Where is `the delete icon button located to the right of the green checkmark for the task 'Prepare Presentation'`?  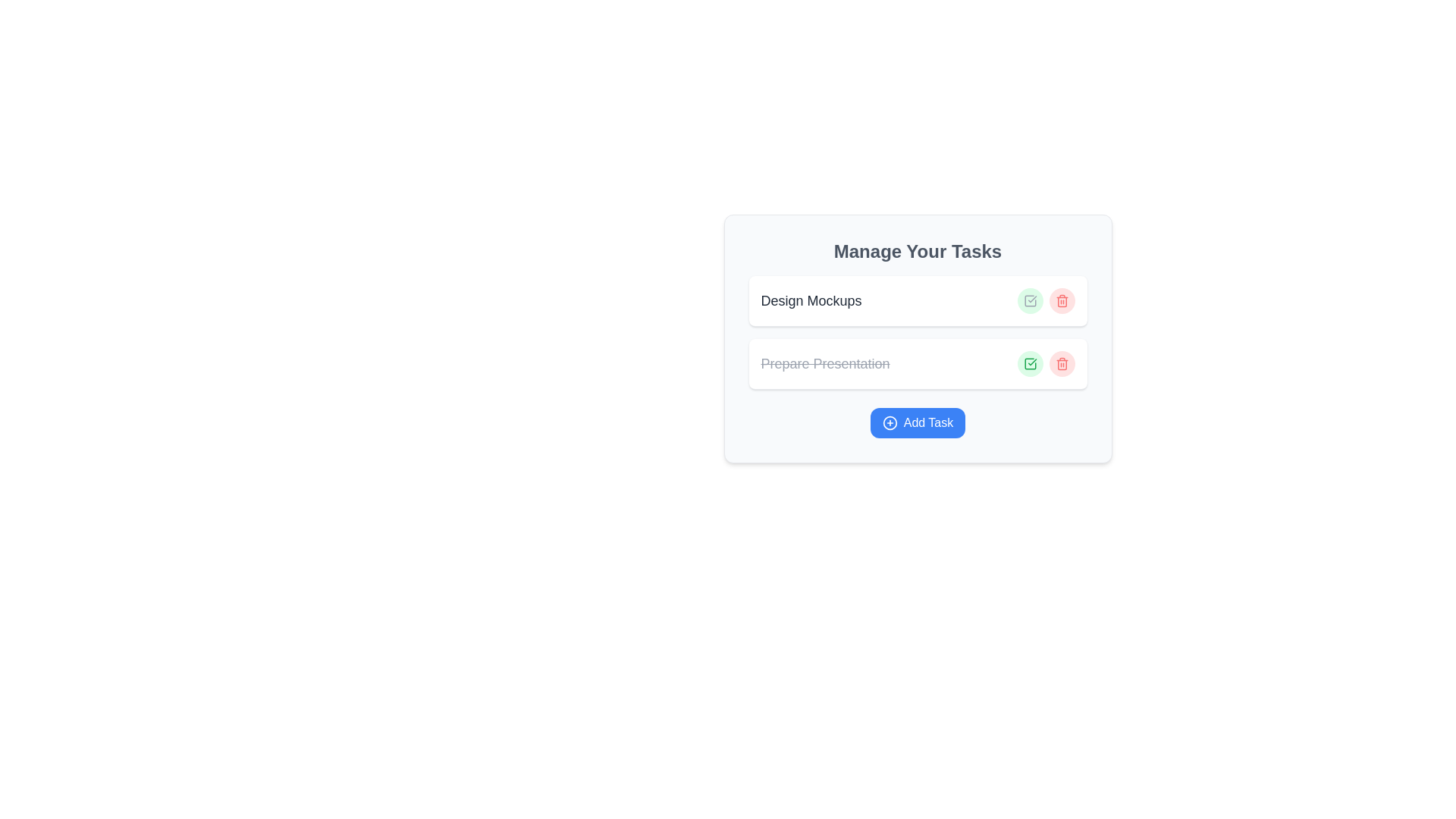
the delete icon button located to the right of the green checkmark for the task 'Prepare Presentation' is located at coordinates (1061, 363).